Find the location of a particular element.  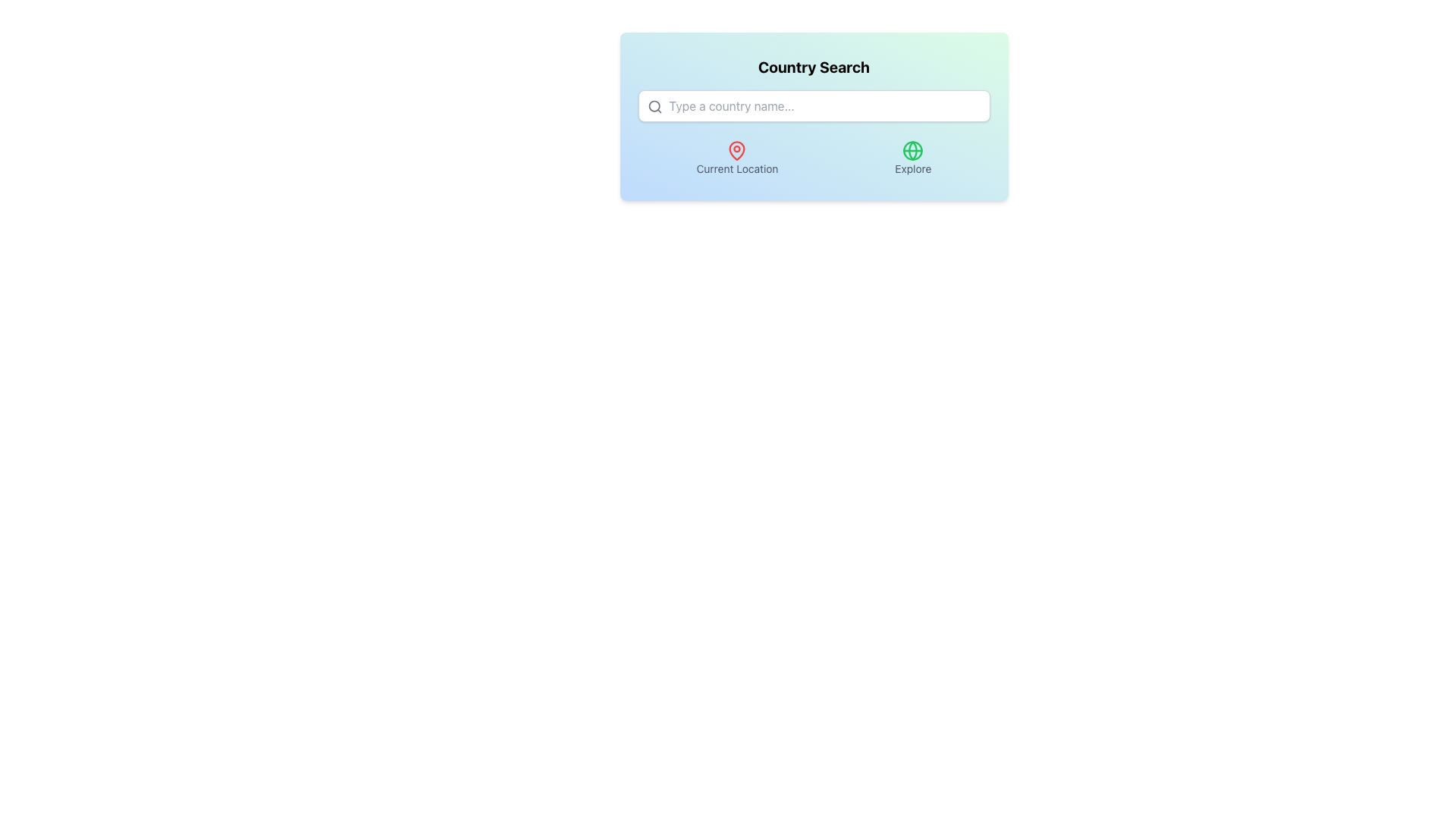

the 'Current Location' icon located within the 'Country Search' panel is located at coordinates (737, 151).